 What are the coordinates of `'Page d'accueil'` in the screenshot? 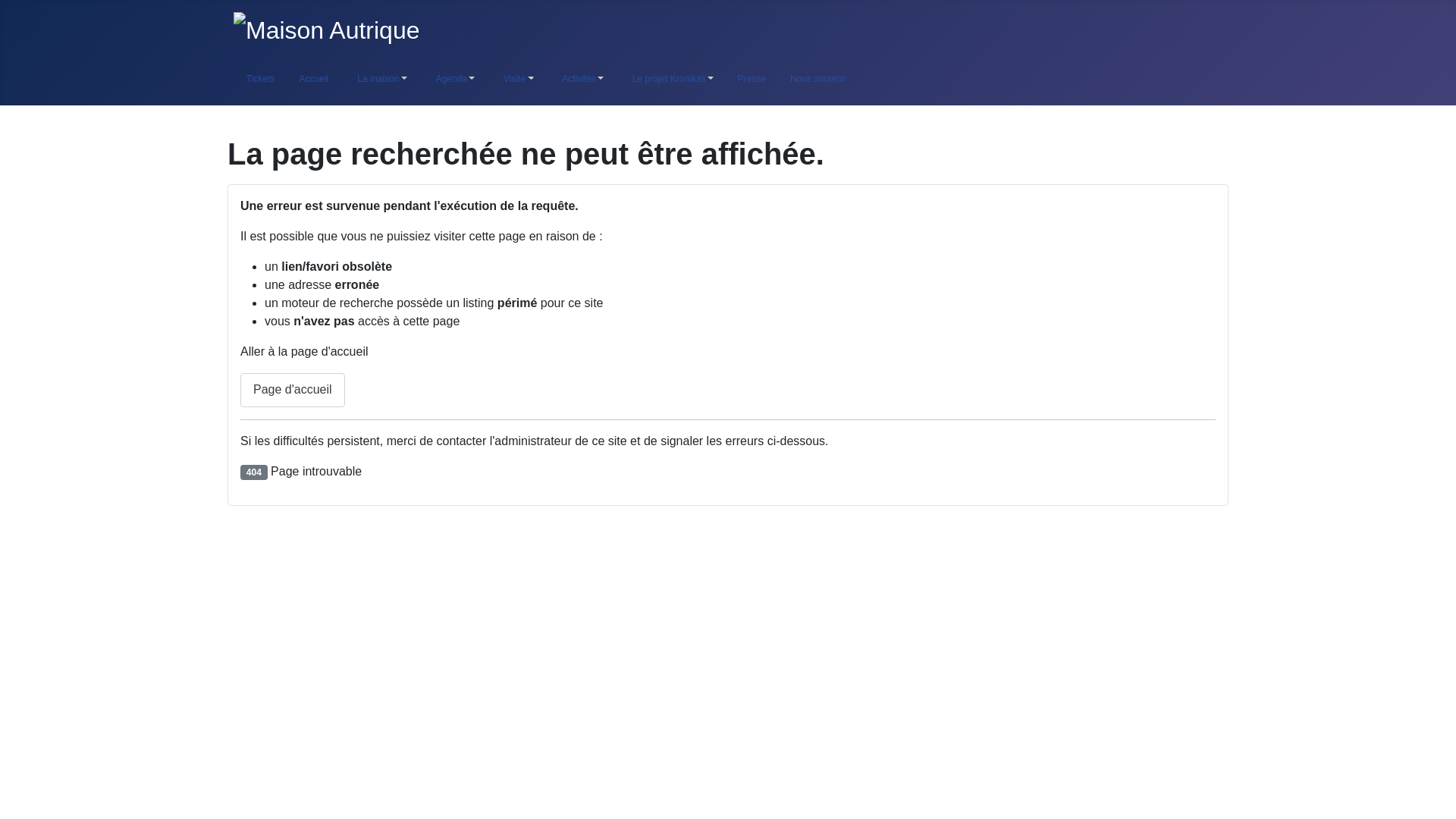 It's located at (292, 389).